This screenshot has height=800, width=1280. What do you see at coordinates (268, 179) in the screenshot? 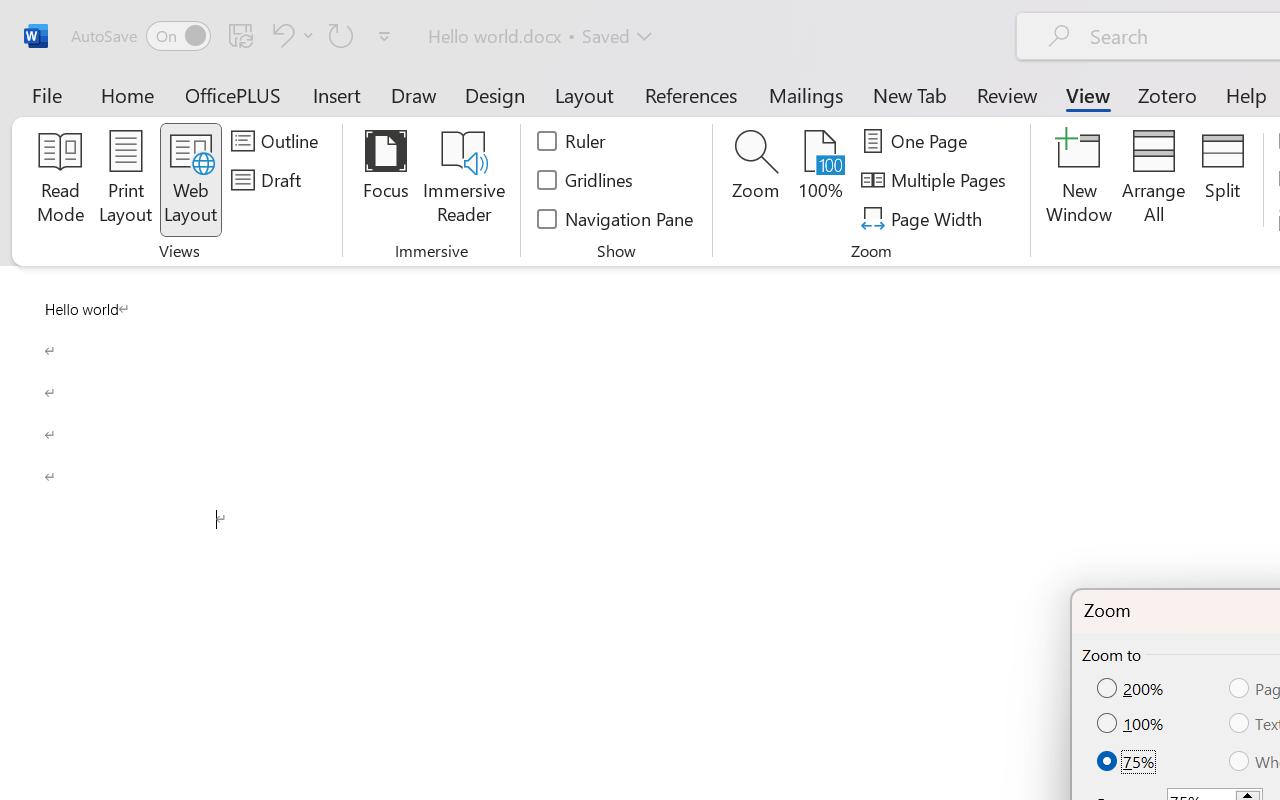
I see `'Draft'` at bounding box center [268, 179].